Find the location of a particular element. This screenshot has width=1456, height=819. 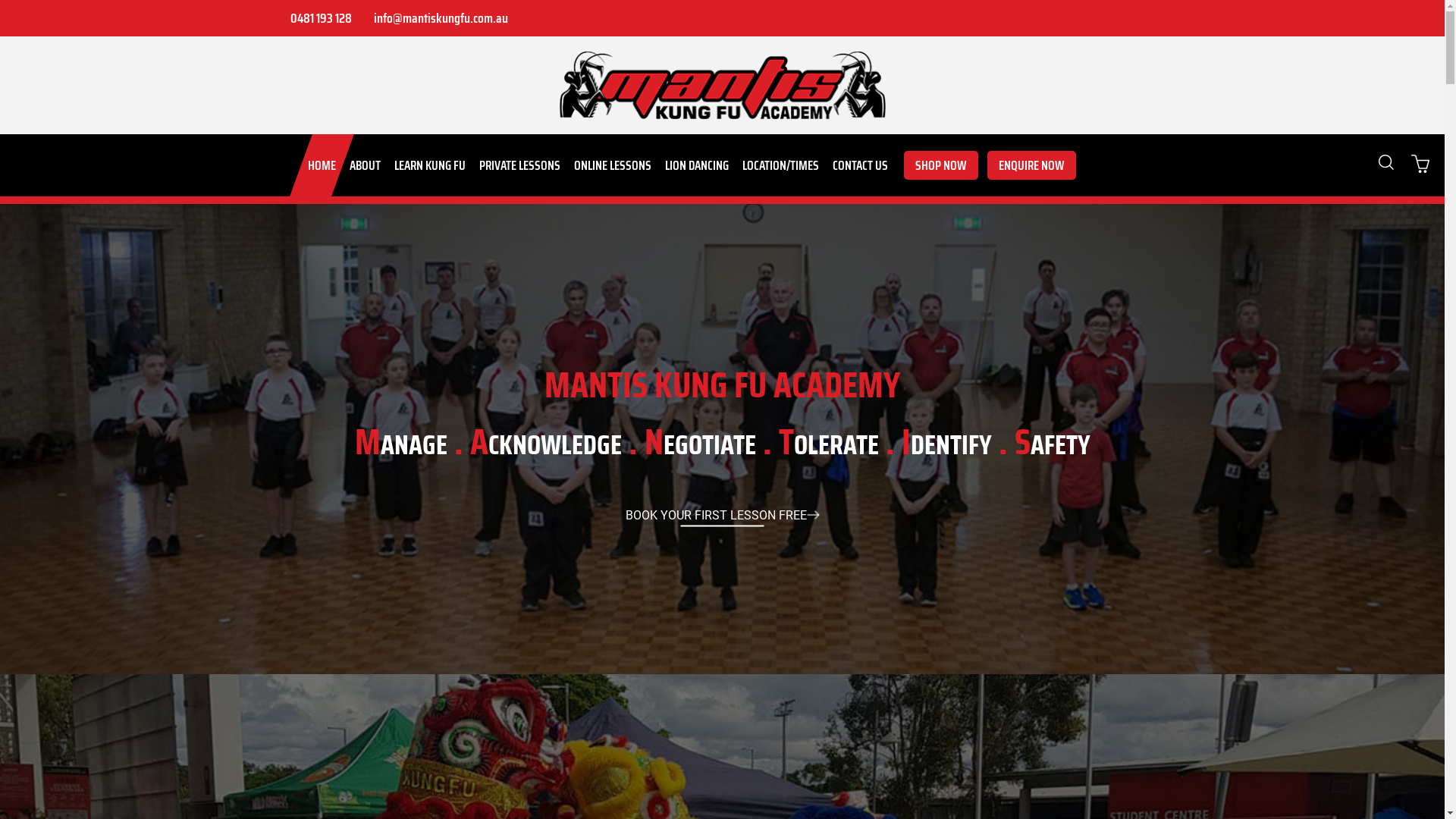

'SHOP NOW' is located at coordinates (940, 165).